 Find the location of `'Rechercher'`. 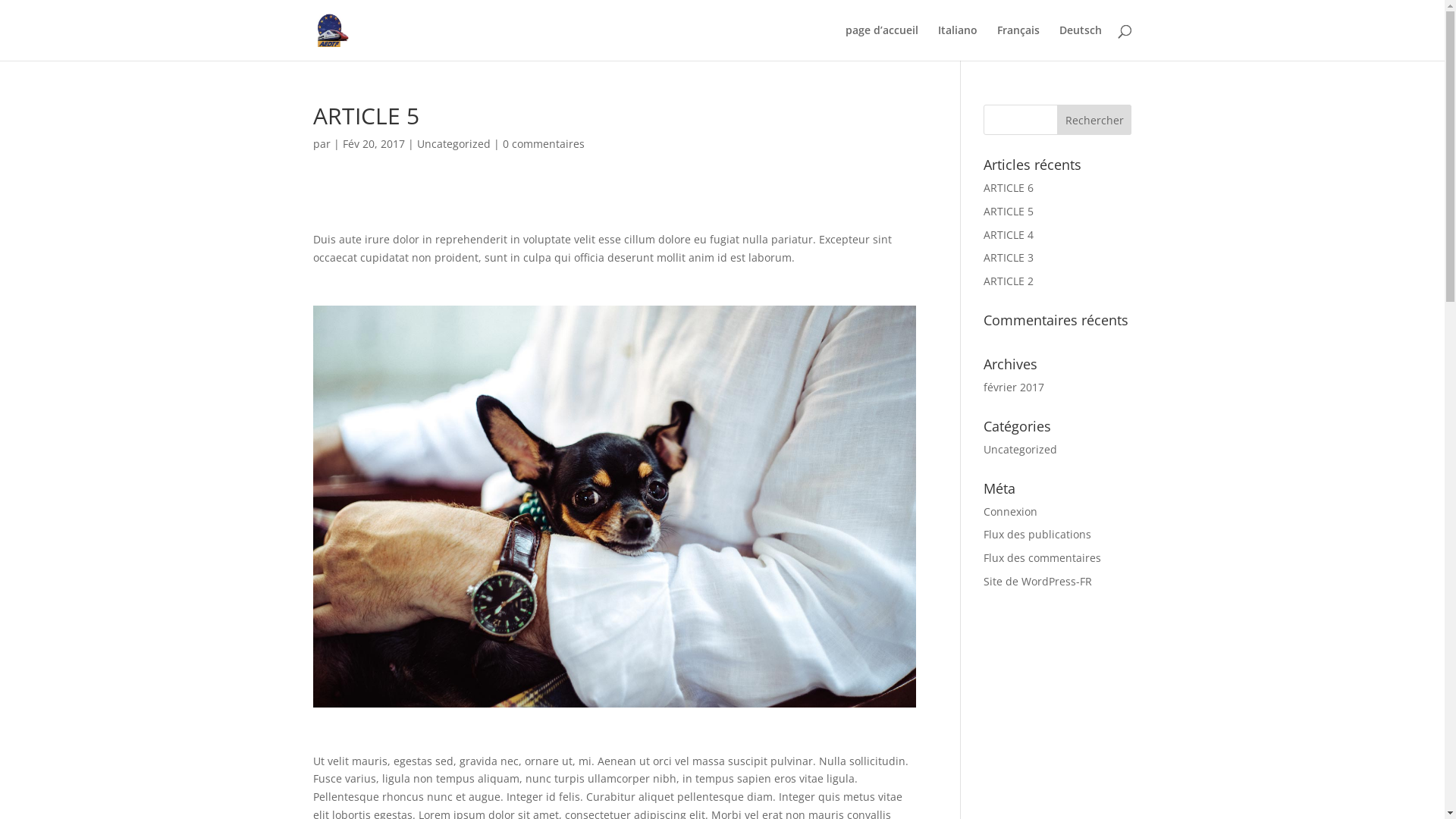

'Rechercher' is located at coordinates (1094, 119).